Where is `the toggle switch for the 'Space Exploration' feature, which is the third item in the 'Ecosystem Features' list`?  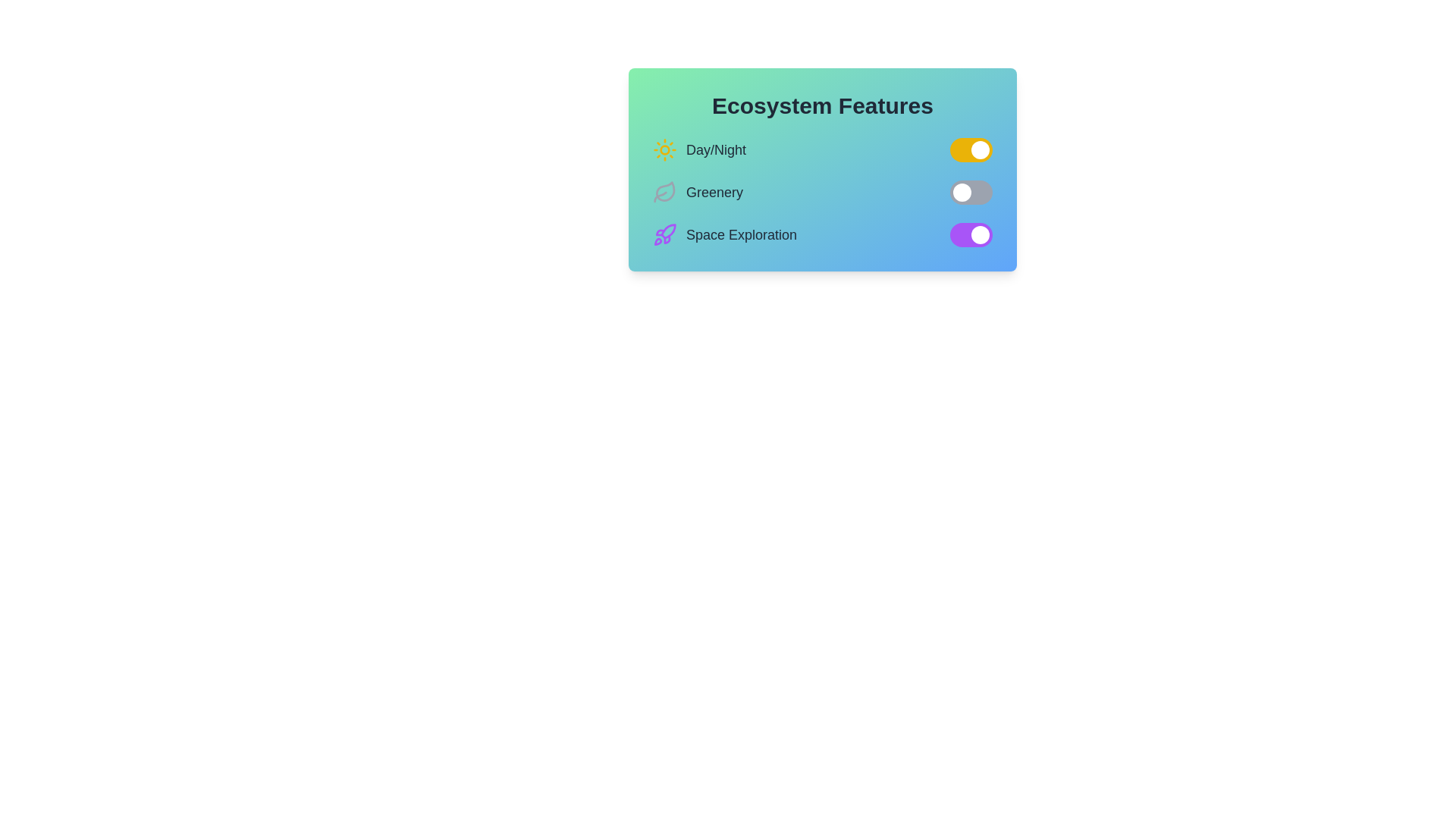 the toggle switch for the 'Space Exploration' feature, which is the third item in the 'Ecosystem Features' list is located at coordinates (821, 234).